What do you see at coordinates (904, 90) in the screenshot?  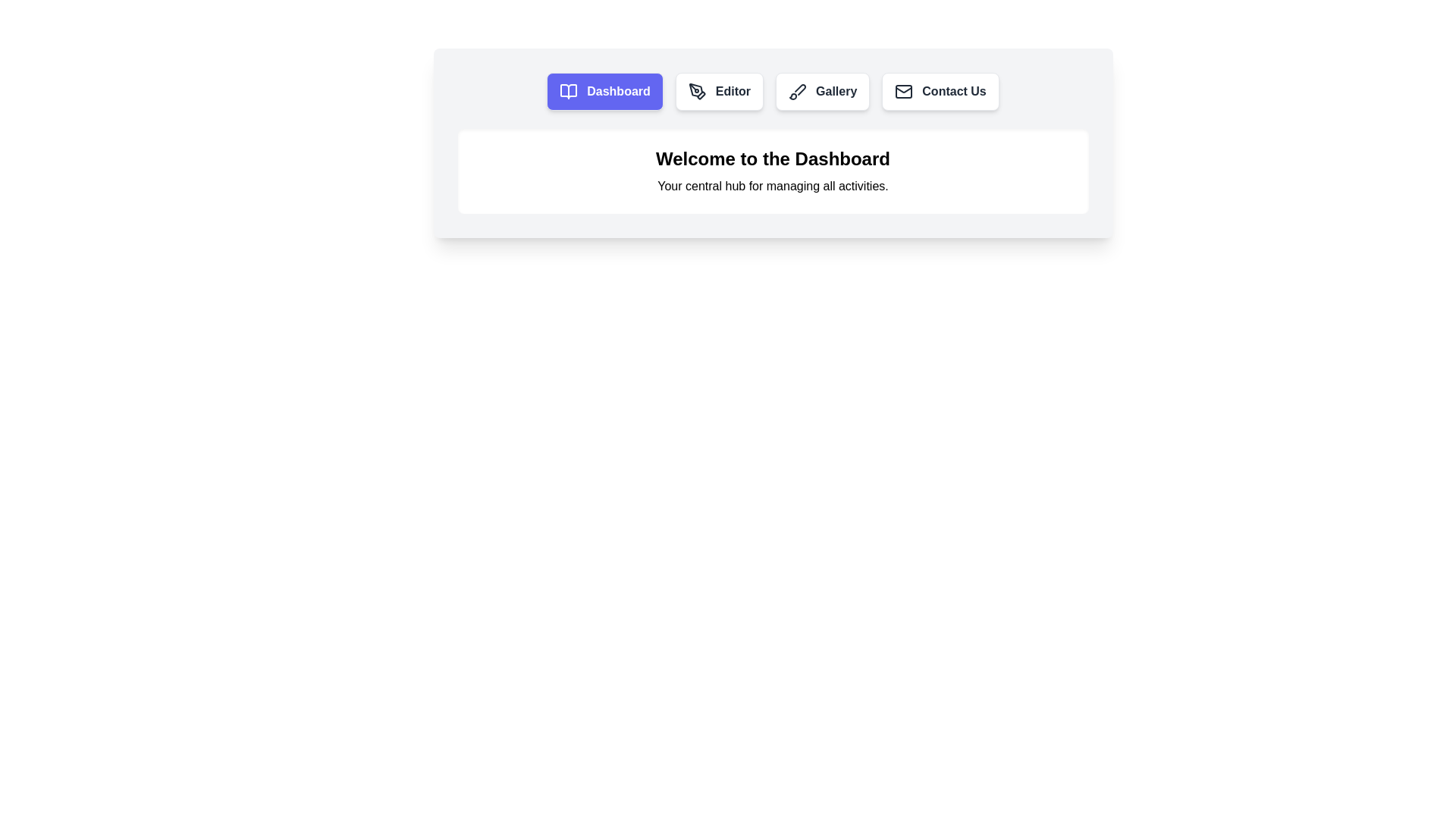 I see `the lower inner part of the mail envelope icon located in the navigation bar` at bounding box center [904, 90].